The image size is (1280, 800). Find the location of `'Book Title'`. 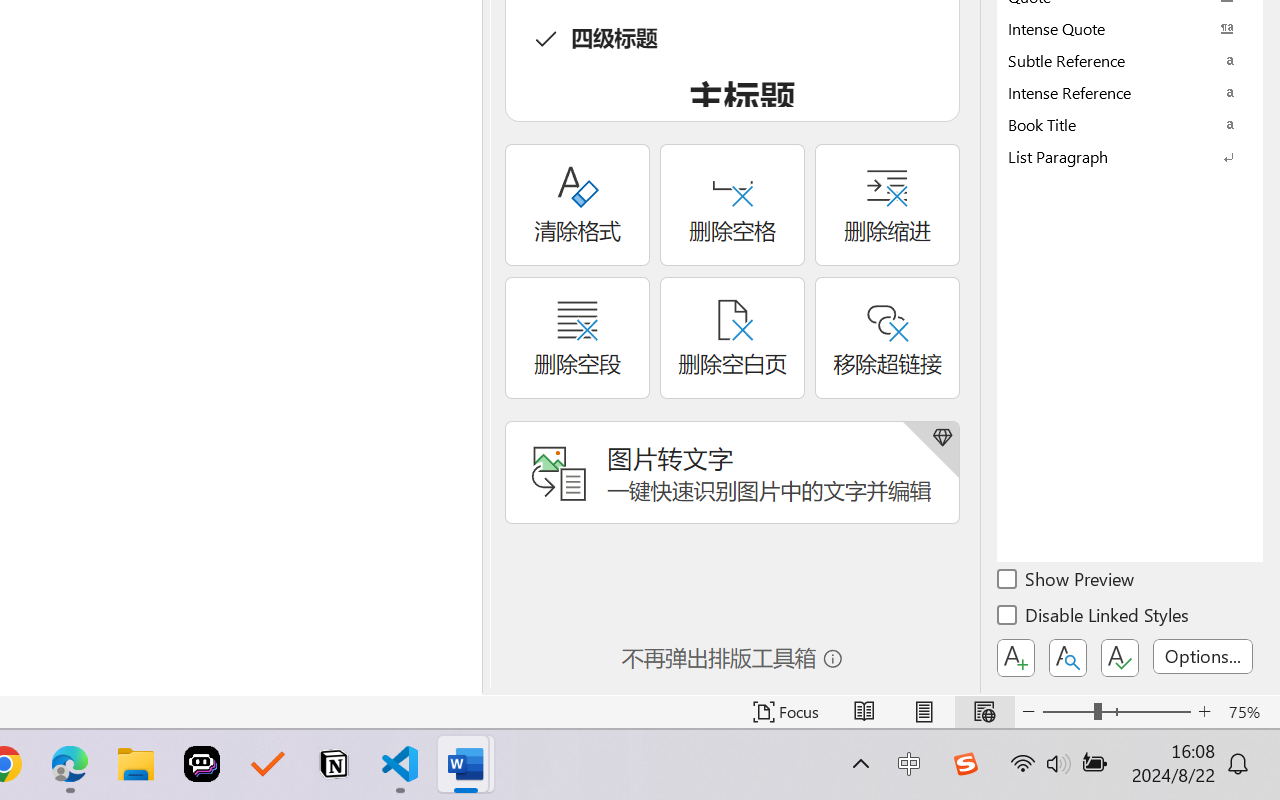

'Book Title' is located at coordinates (1130, 123).